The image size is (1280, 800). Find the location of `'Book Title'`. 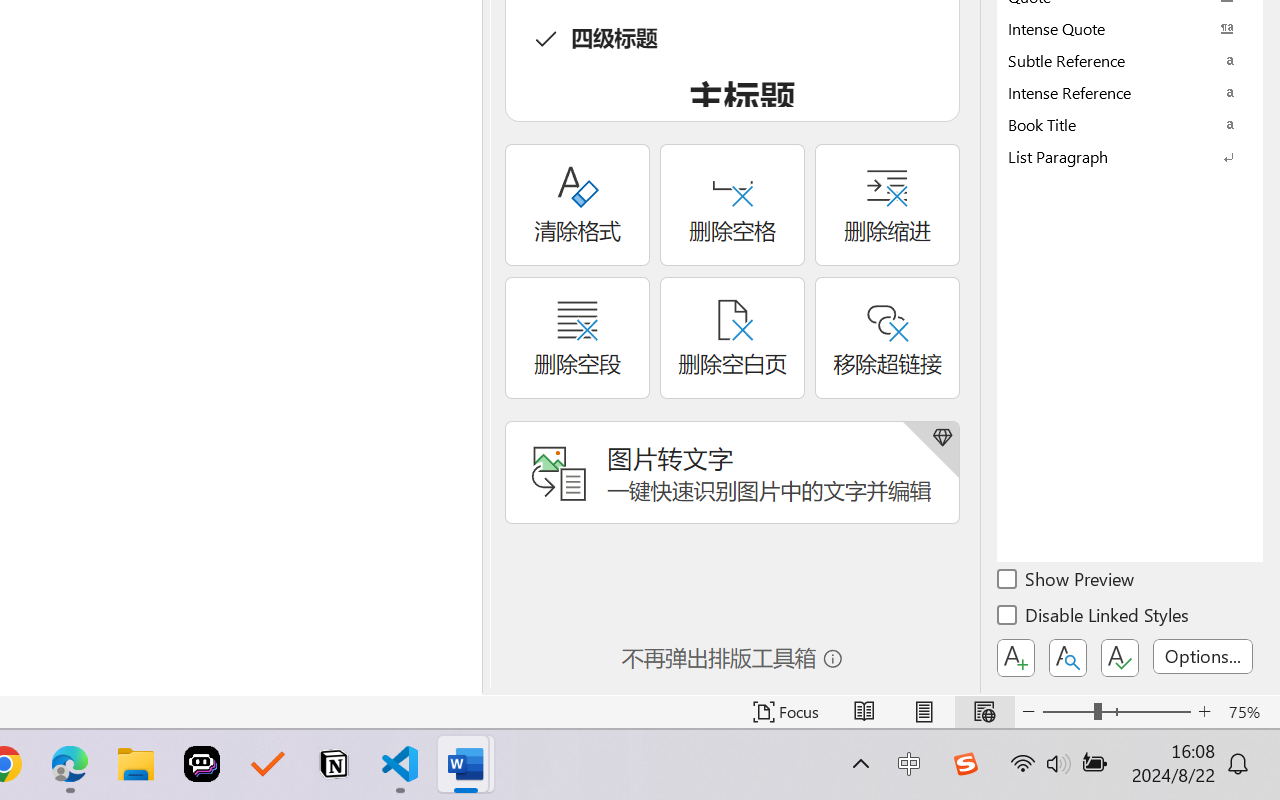

'Book Title' is located at coordinates (1130, 123).